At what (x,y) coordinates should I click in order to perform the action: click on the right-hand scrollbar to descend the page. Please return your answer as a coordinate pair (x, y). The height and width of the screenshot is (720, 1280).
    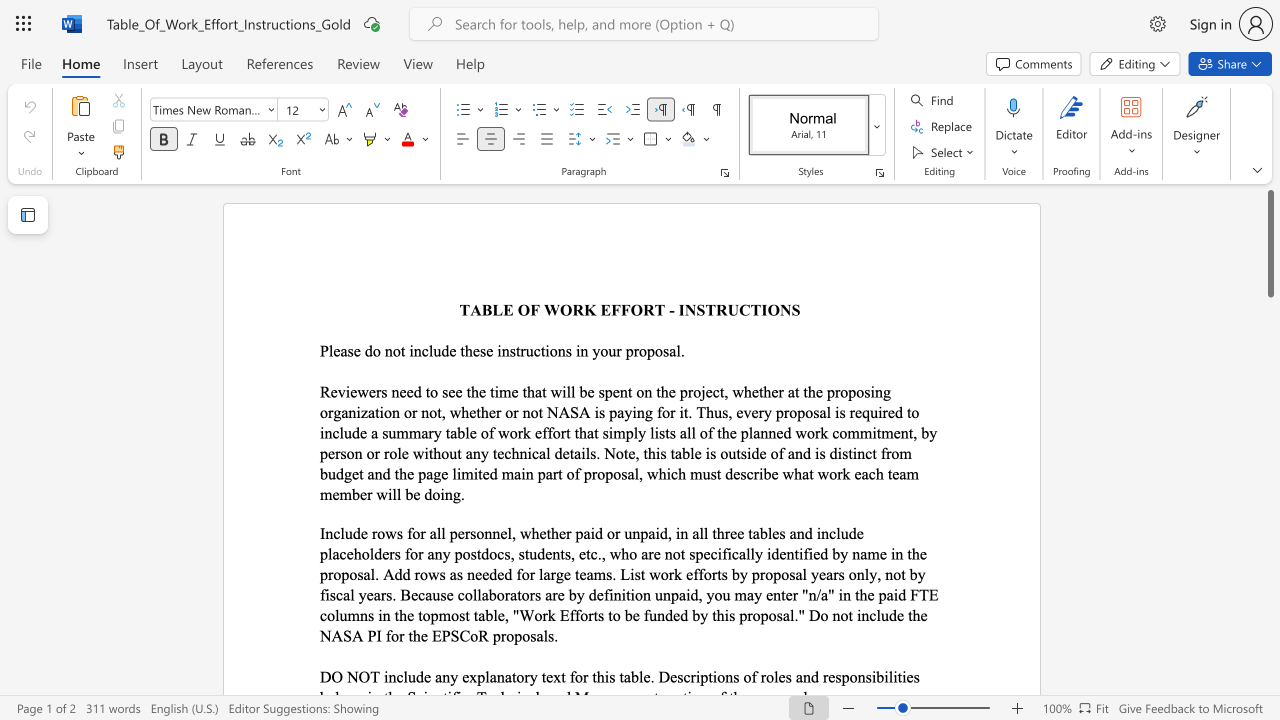
    Looking at the image, I should click on (1269, 470).